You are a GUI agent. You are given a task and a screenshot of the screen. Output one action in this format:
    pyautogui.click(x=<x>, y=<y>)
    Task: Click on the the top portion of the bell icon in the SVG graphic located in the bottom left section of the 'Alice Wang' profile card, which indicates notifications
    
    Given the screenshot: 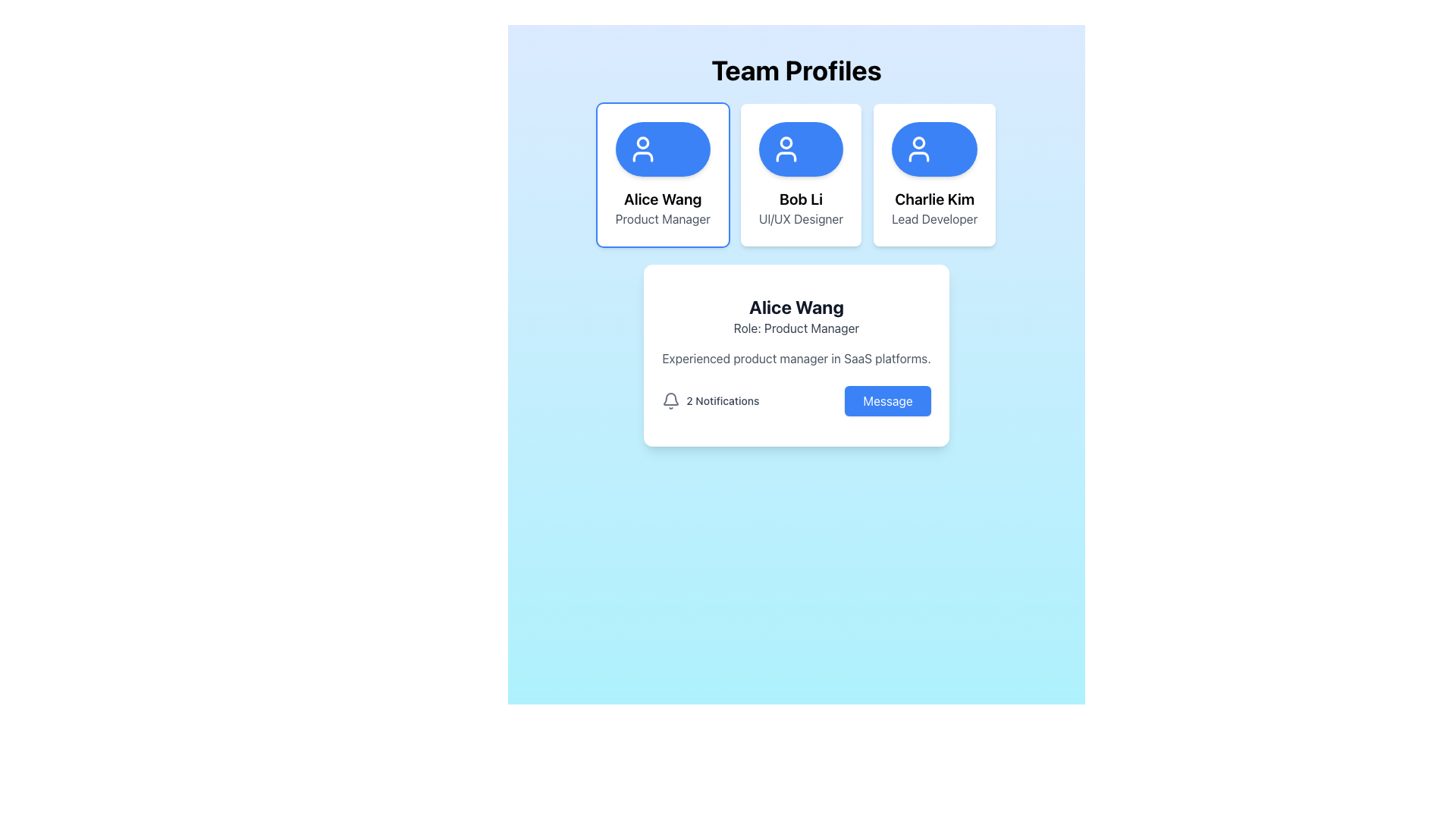 What is the action you would take?
    pyautogui.click(x=670, y=398)
    